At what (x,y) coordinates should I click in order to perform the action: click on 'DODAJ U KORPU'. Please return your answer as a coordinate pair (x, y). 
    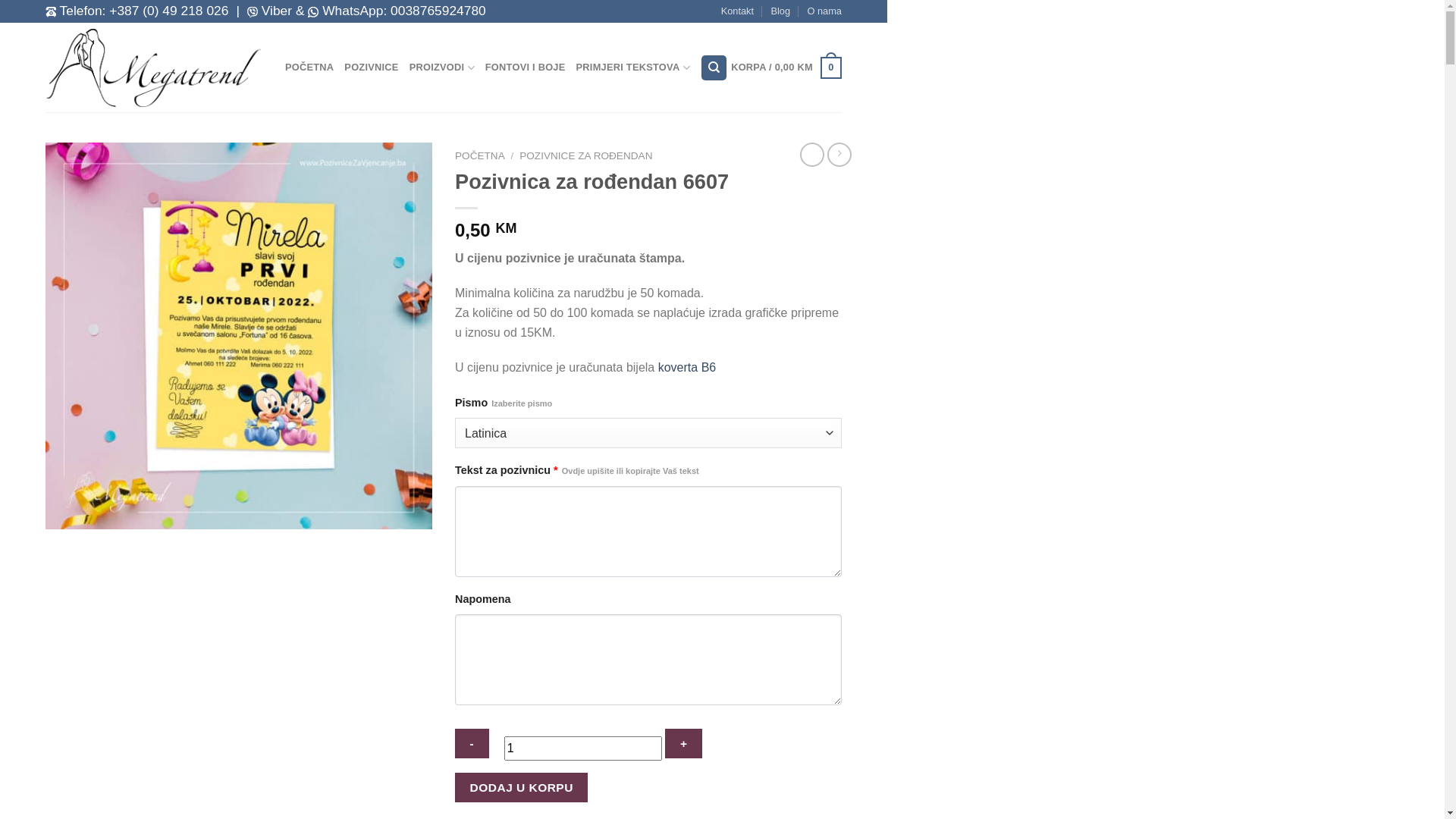
    Looking at the image, I should click on (521, 786).